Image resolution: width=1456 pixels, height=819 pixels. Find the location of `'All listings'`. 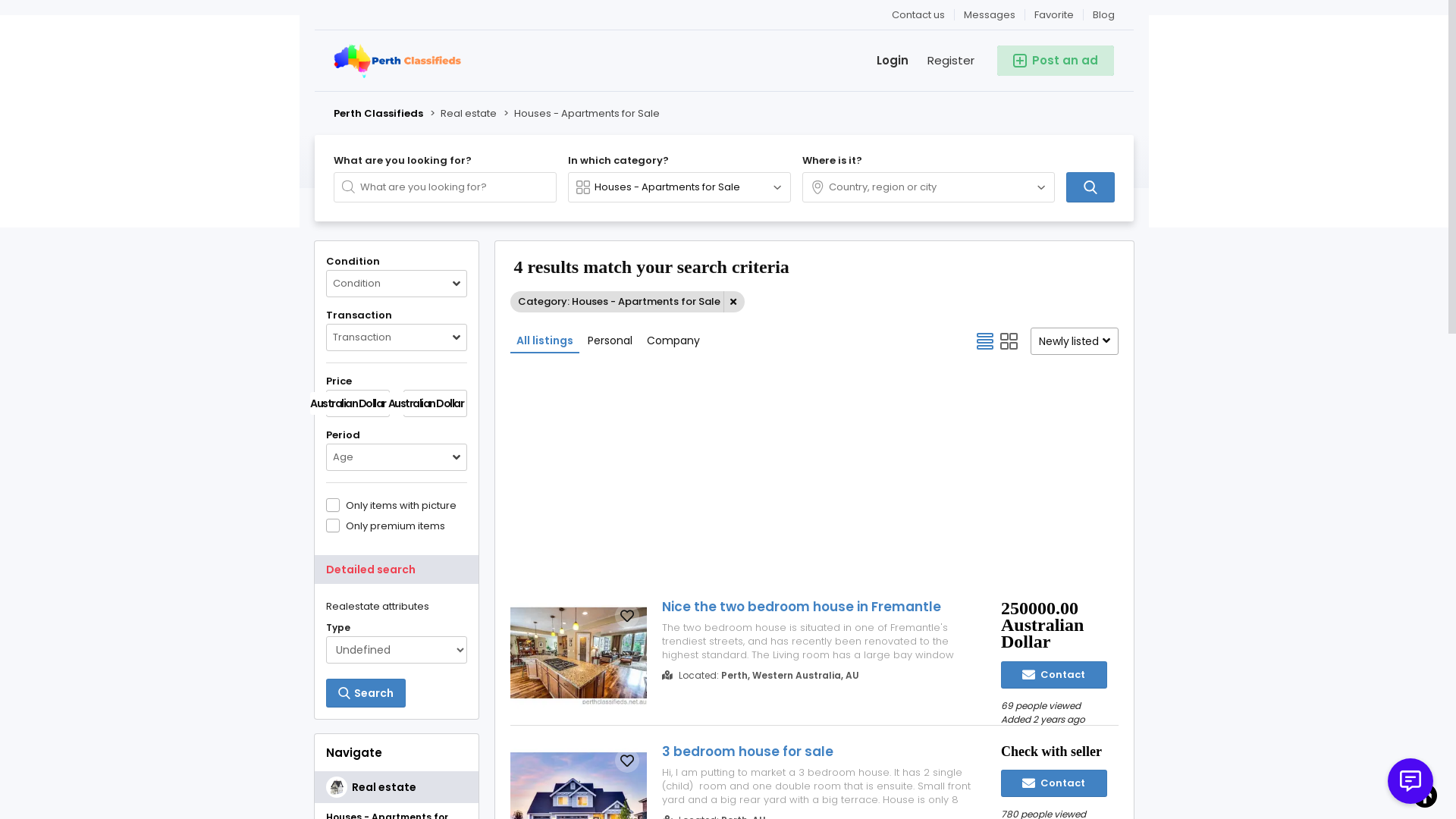

'All listings' is located at coordinates (544, 339).